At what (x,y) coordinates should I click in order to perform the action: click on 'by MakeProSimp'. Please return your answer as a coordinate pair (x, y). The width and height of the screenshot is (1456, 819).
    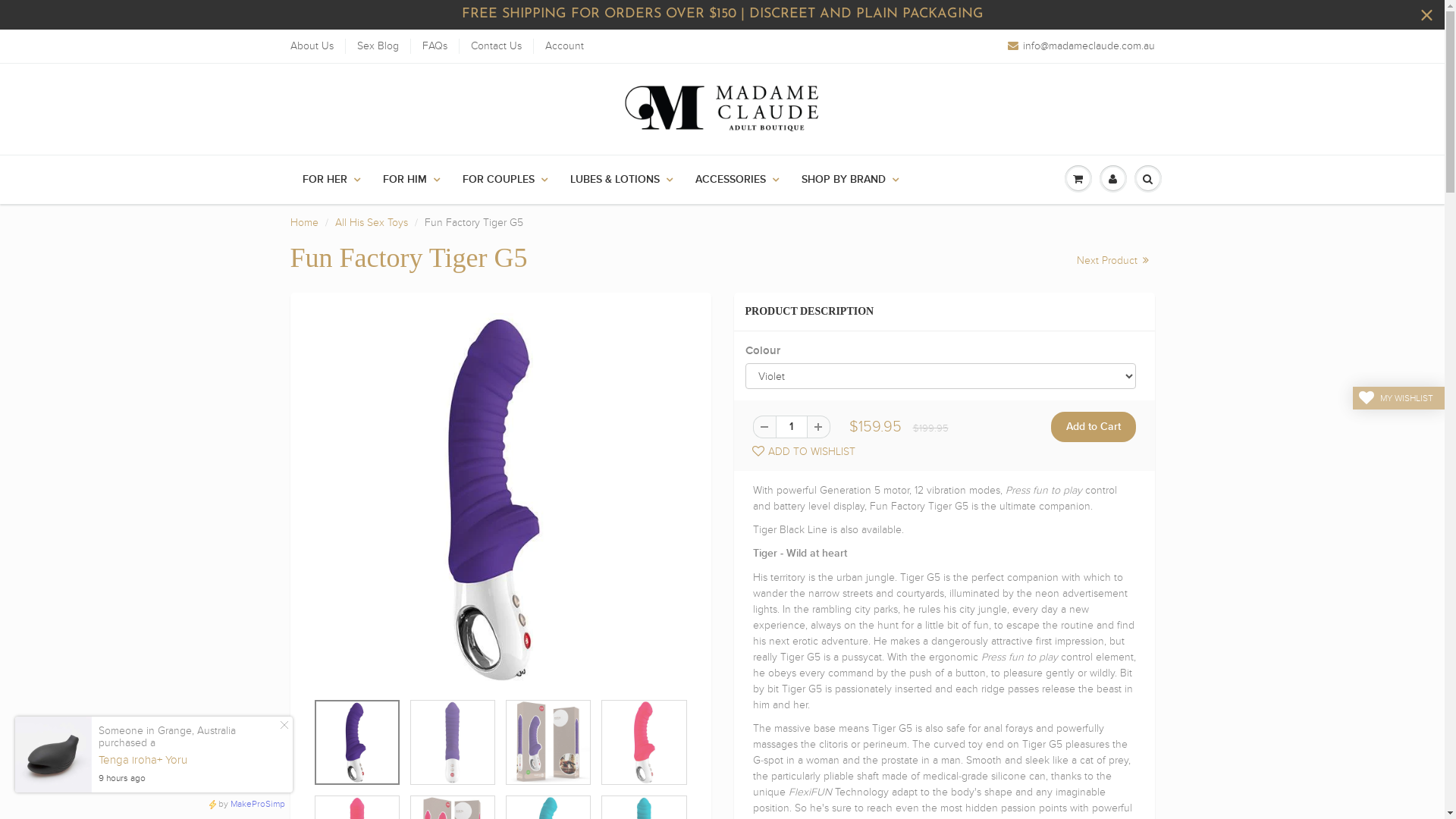
    Looking at the image, I should click on (245, 803).